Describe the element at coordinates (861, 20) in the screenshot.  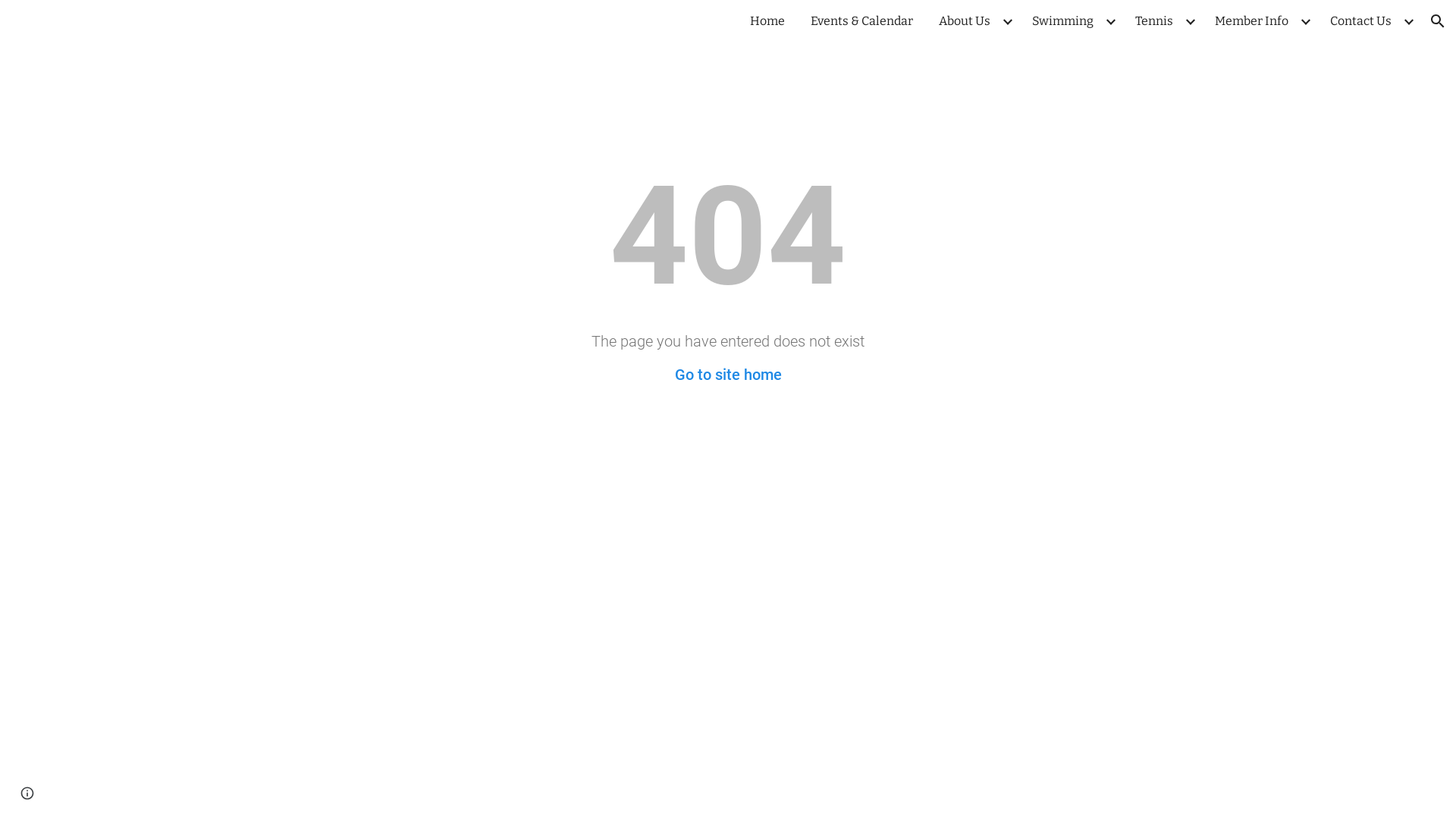
I see `'Events & Calendar'` at that location.